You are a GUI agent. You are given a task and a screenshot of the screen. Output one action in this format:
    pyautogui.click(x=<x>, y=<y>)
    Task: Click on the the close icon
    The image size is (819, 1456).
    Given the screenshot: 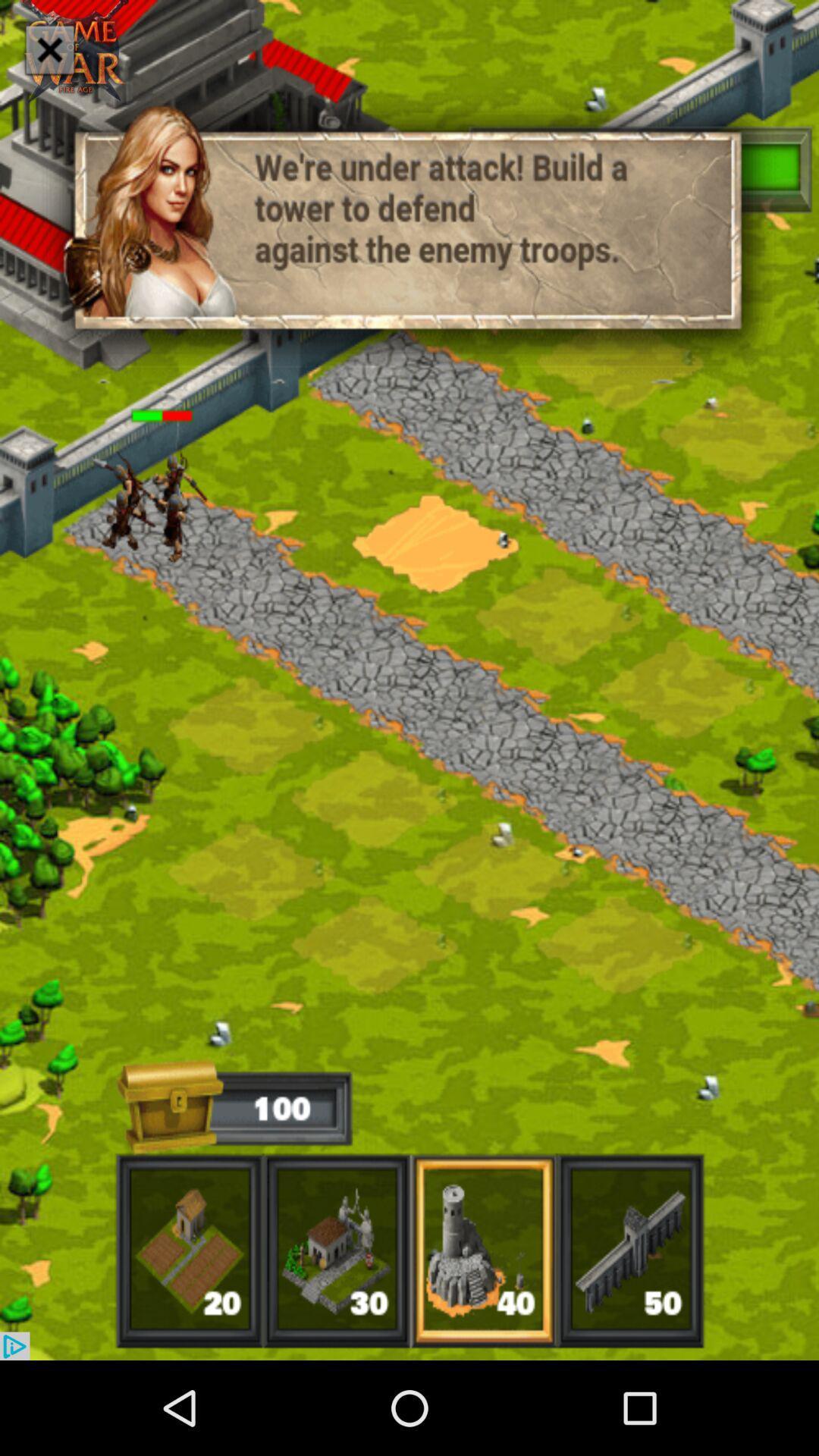 What is the action you would take?
    pyautogui.click(x=49, y=53)
    